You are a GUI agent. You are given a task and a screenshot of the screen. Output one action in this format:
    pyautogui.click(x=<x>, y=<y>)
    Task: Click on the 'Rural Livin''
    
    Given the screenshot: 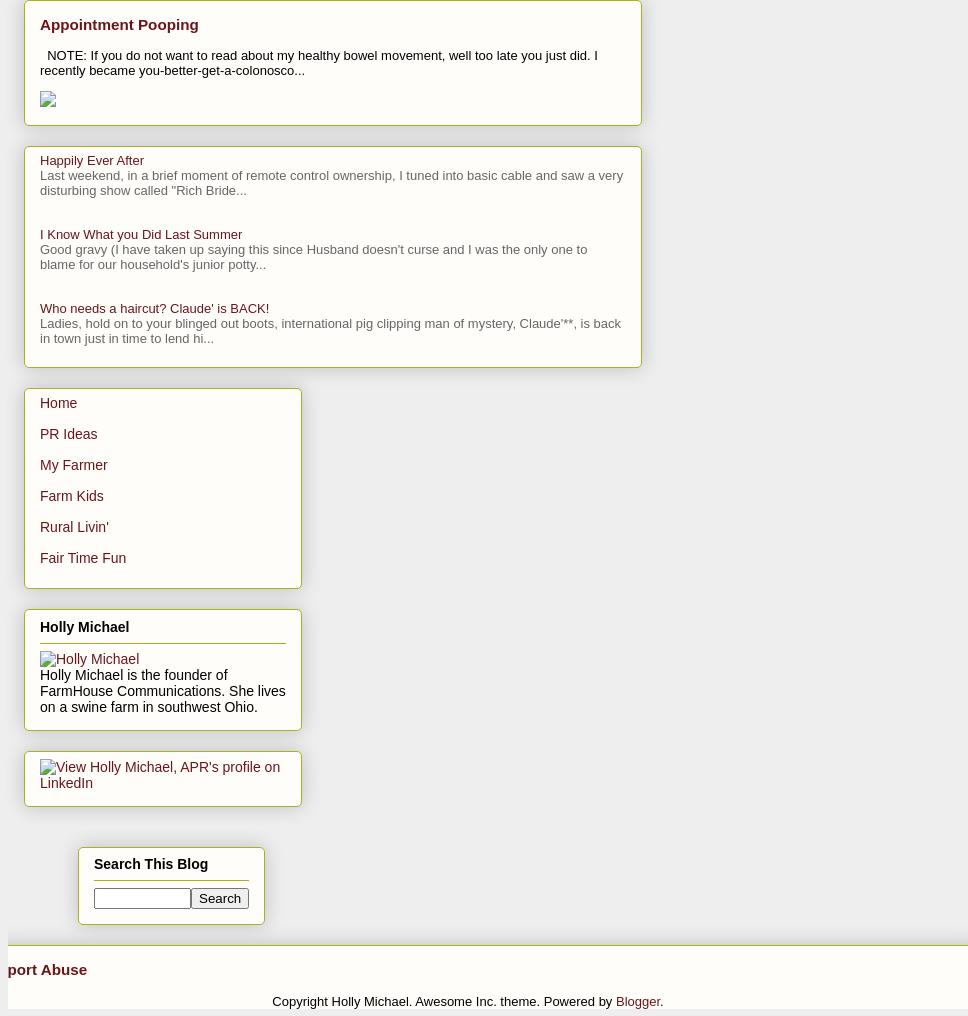 What is the action you would take?
    pyautogui.click(x=39, y=525)
    